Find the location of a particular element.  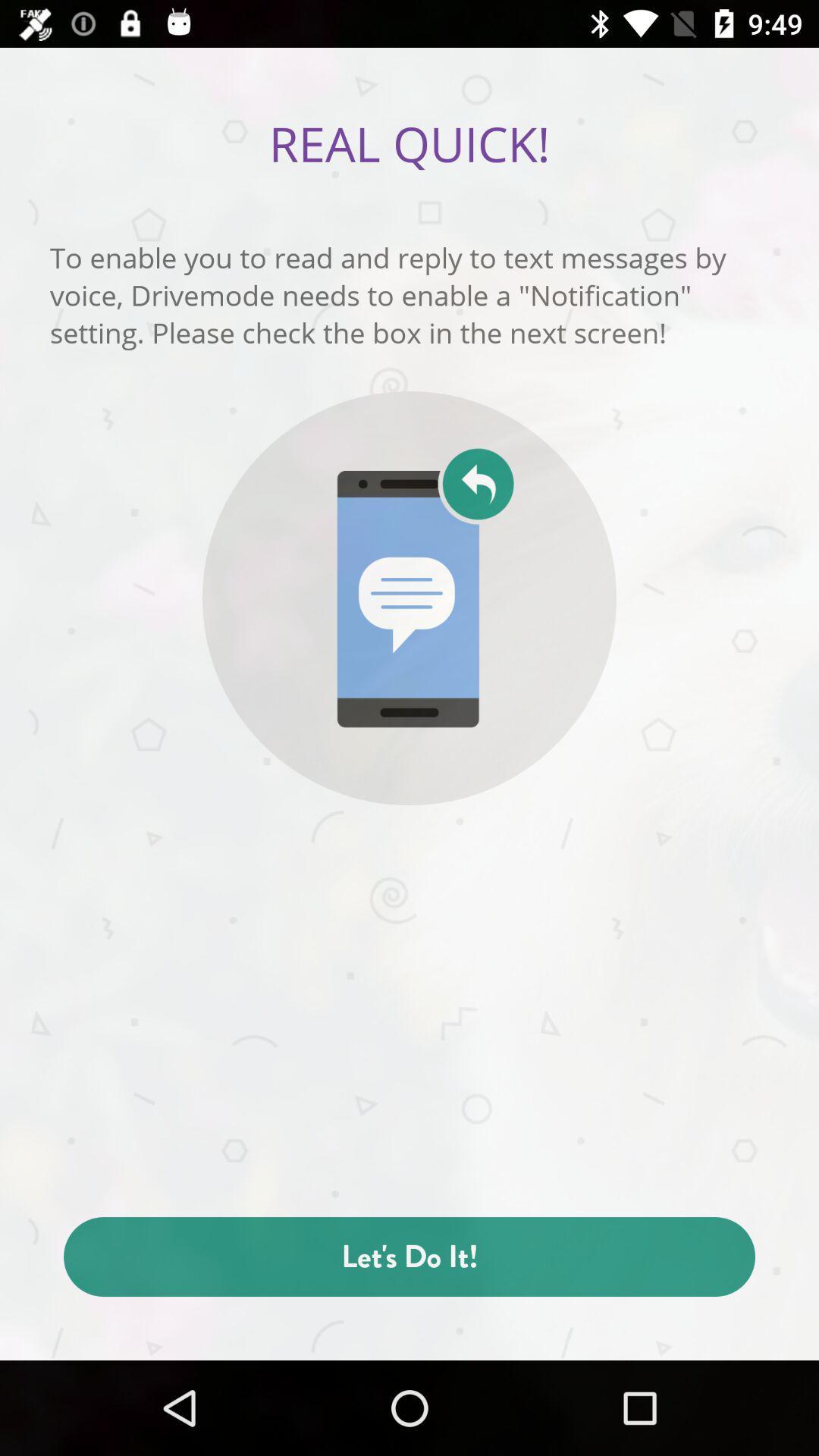

let s do item is located at coordinates (409, 1257).